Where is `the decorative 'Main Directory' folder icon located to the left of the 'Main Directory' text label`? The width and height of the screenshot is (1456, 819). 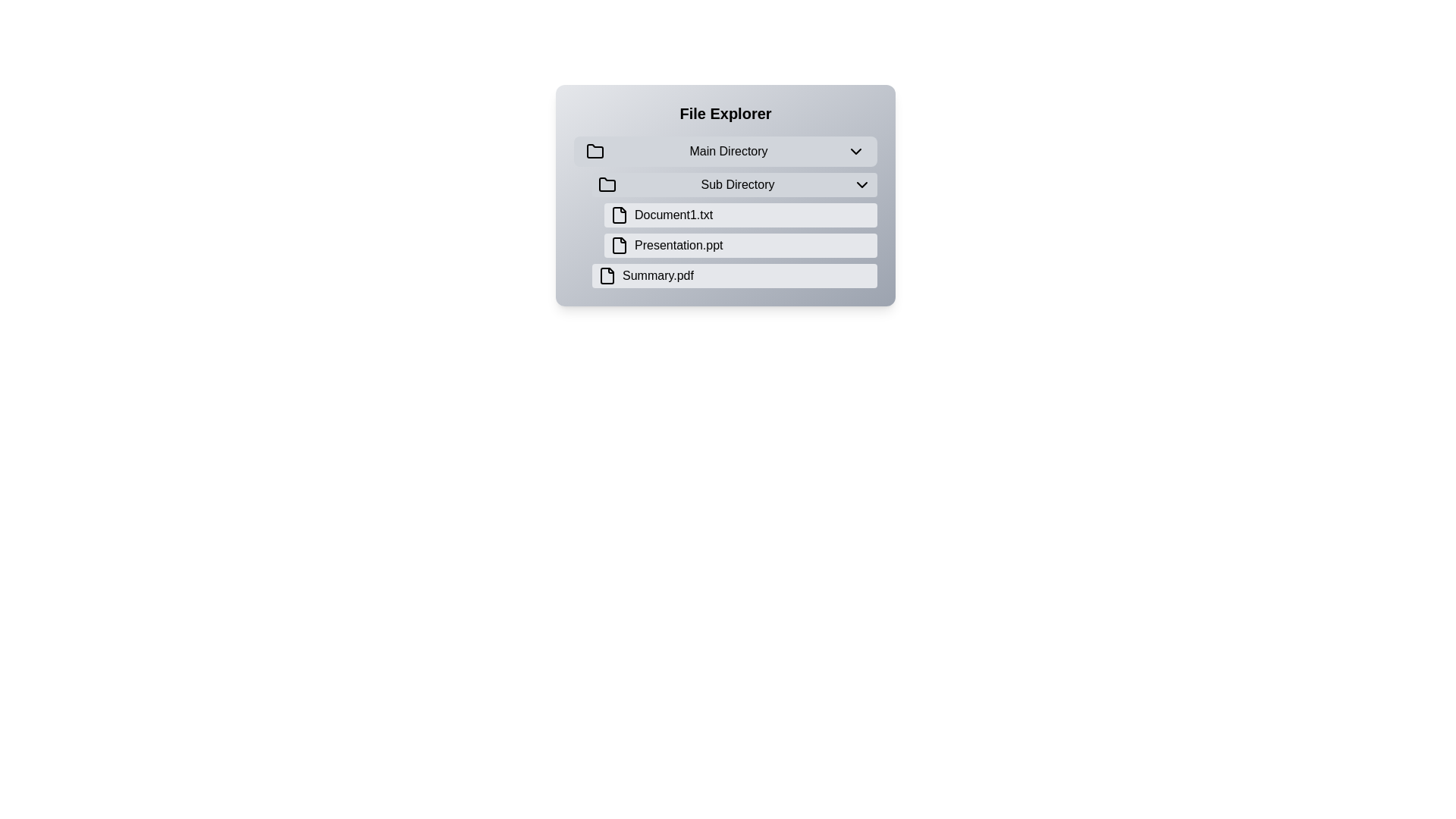
the decorative 'Main Directory' folder icon located to the left of the 'Main Directory' text label is located at coordinates (595, 152).